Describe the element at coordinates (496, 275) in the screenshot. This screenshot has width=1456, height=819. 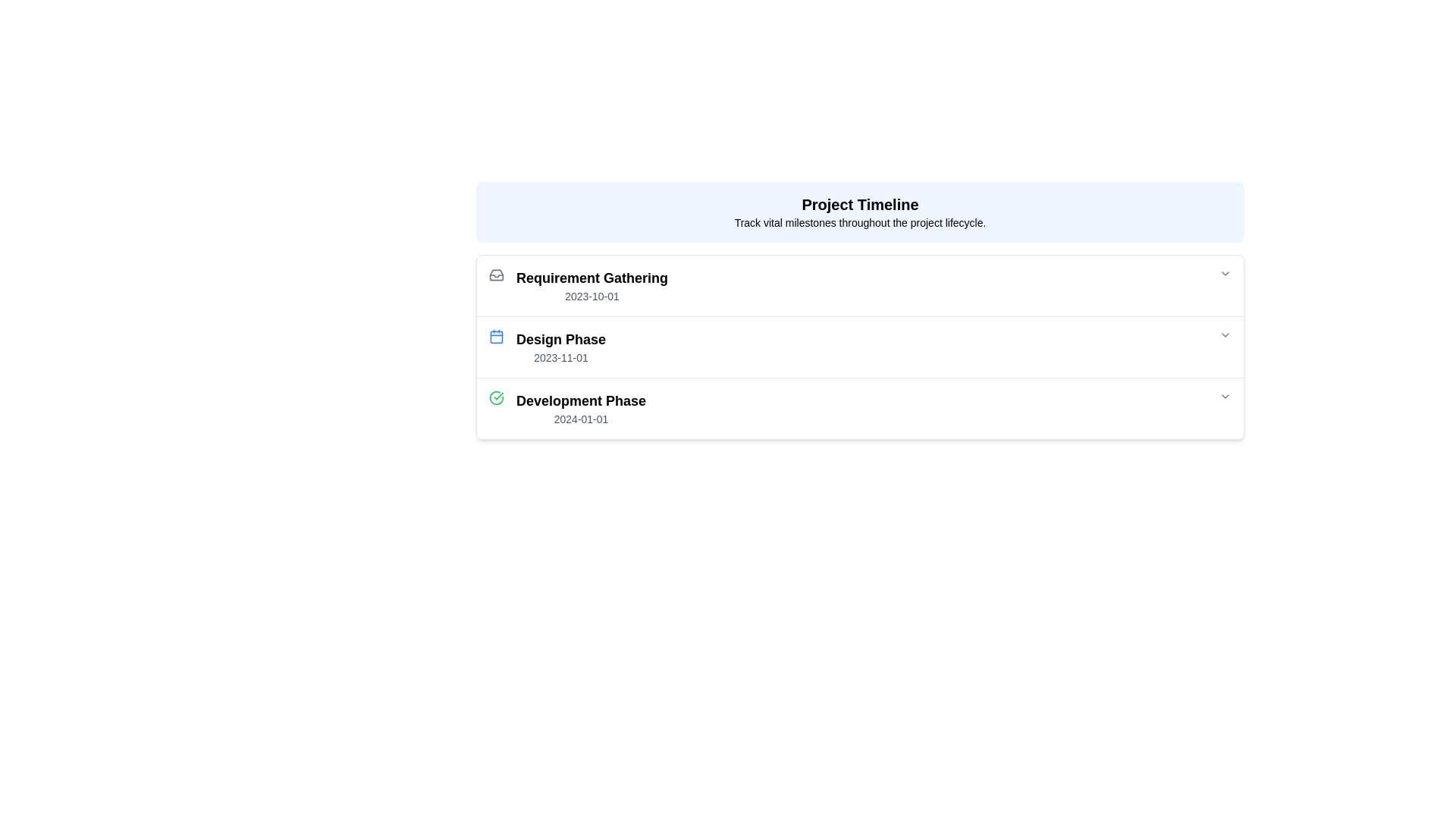
I see `the gray polygon element inside the SVG icon, situated towards the lower section next to the 'Requirement Gathering' text` at that location.